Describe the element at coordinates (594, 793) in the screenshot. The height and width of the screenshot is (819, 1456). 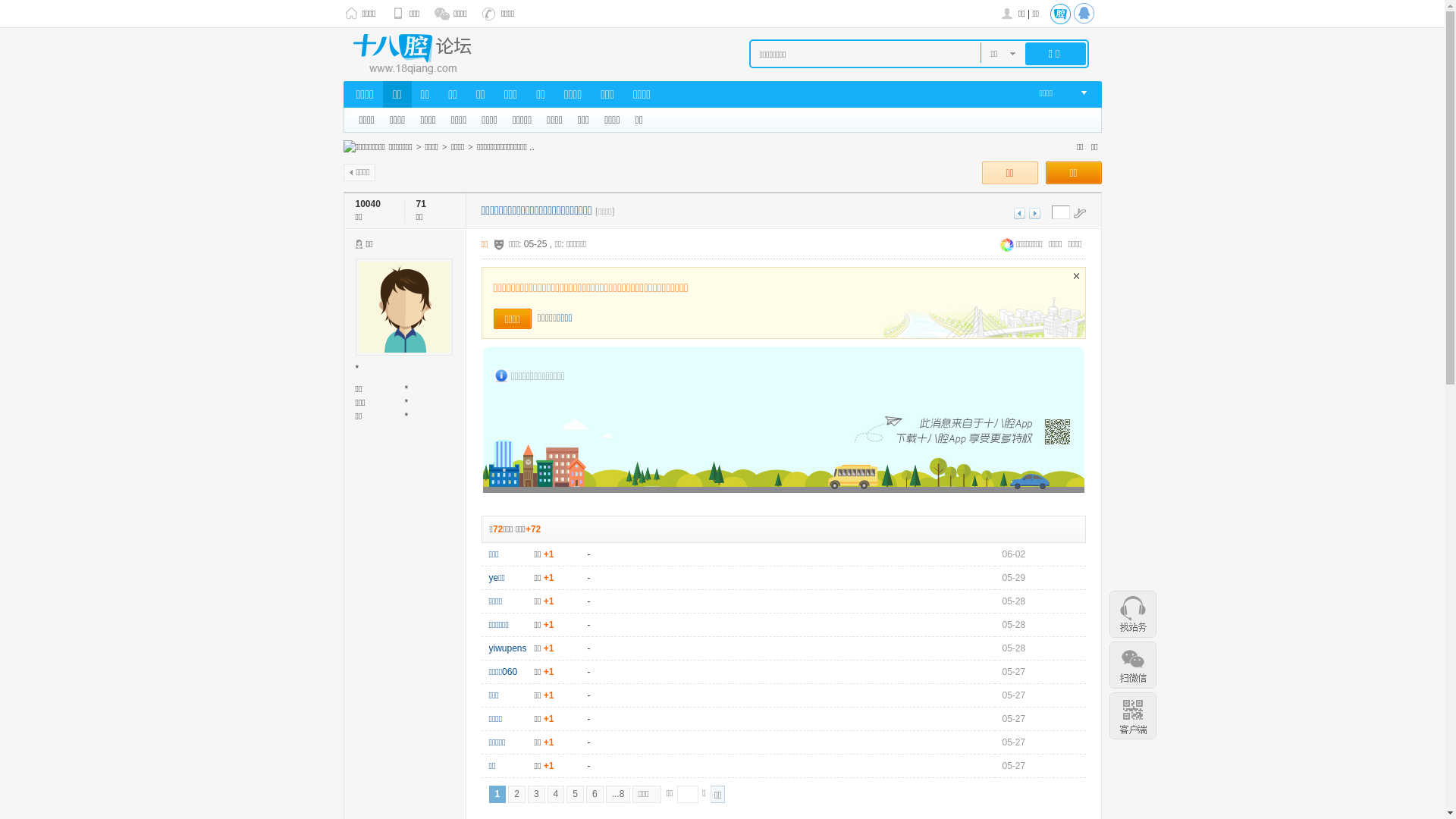
I see `'6'` at that location.